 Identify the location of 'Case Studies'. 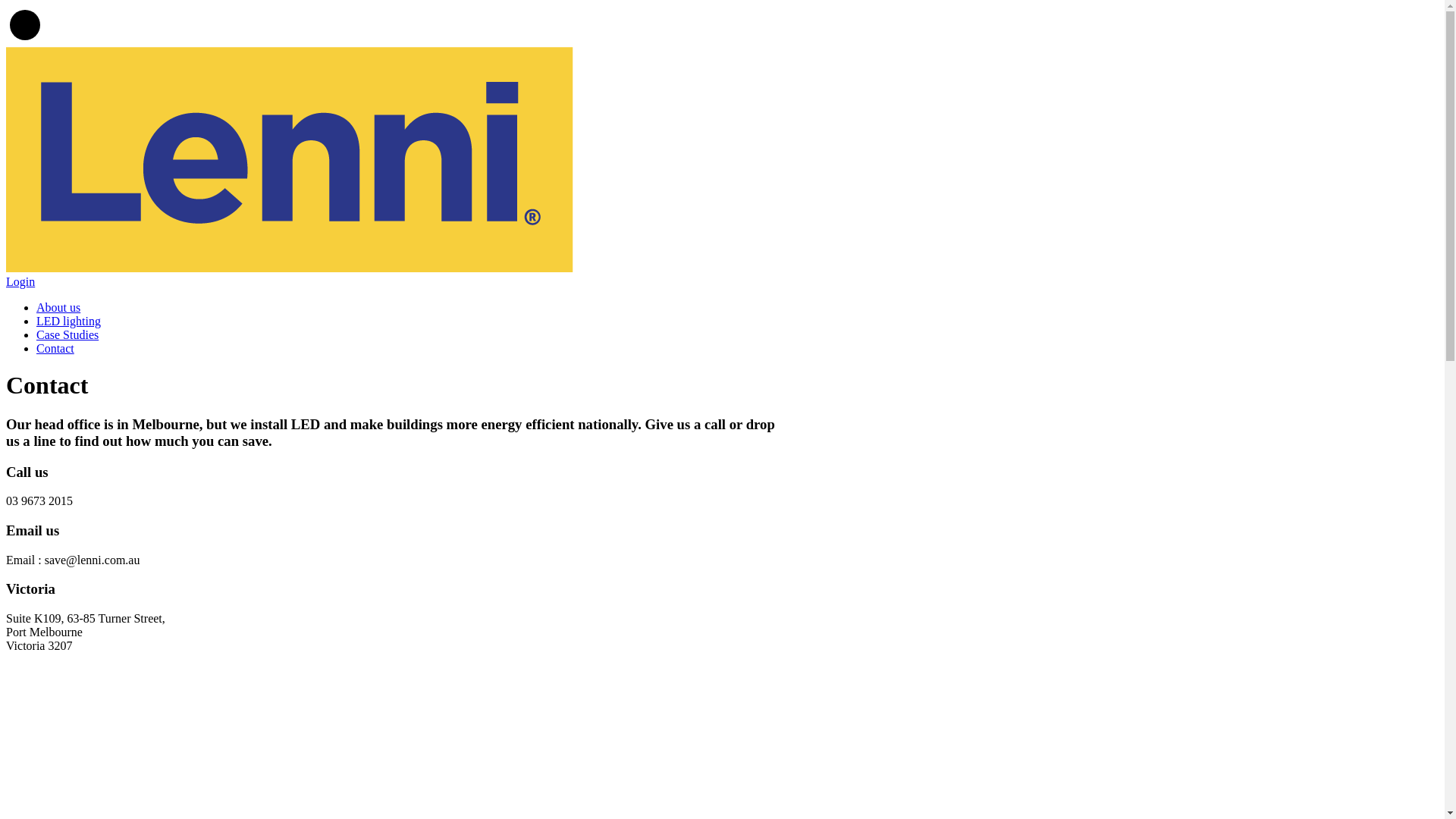
(67, 334).